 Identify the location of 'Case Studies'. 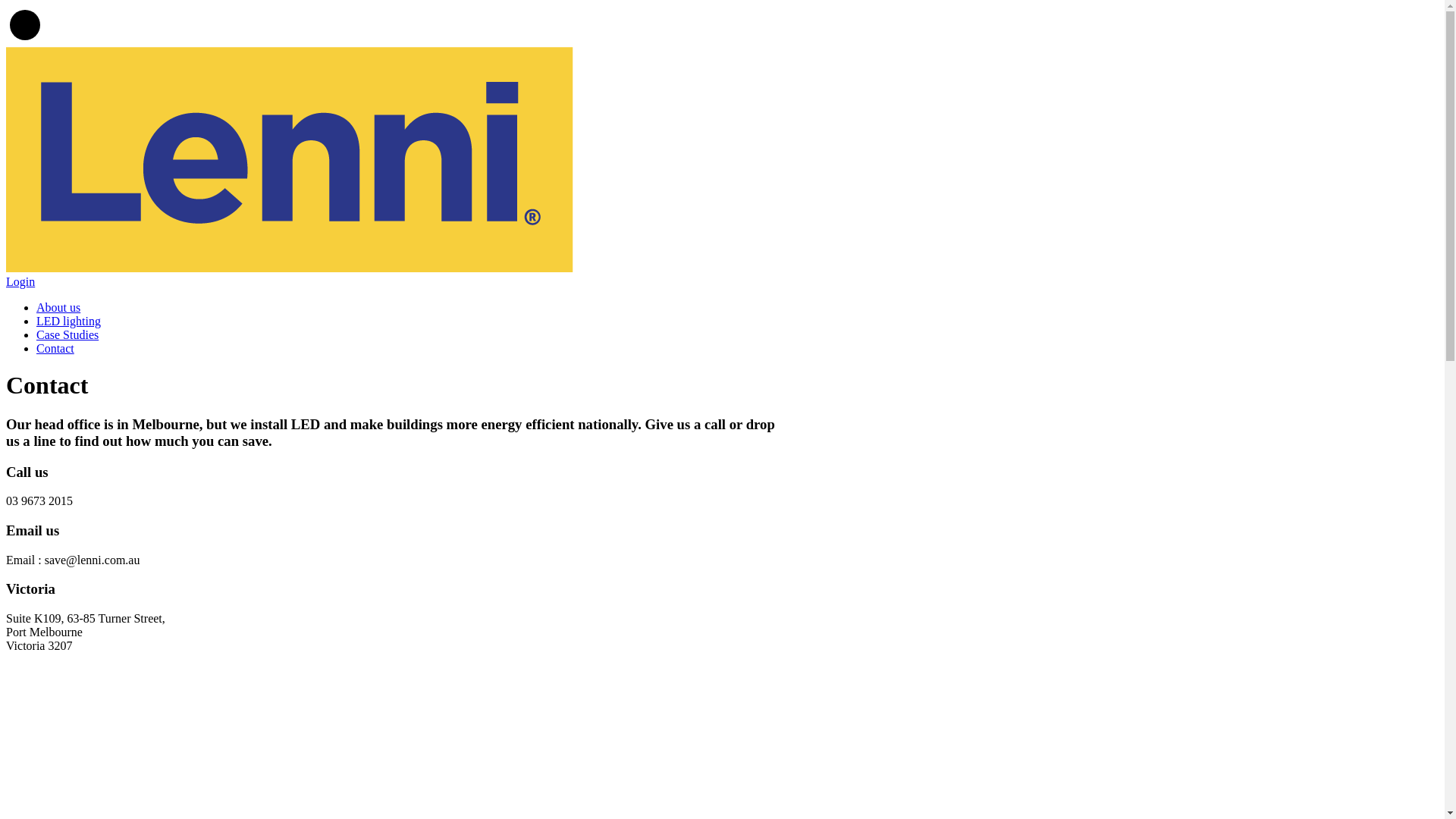
(67, 334).